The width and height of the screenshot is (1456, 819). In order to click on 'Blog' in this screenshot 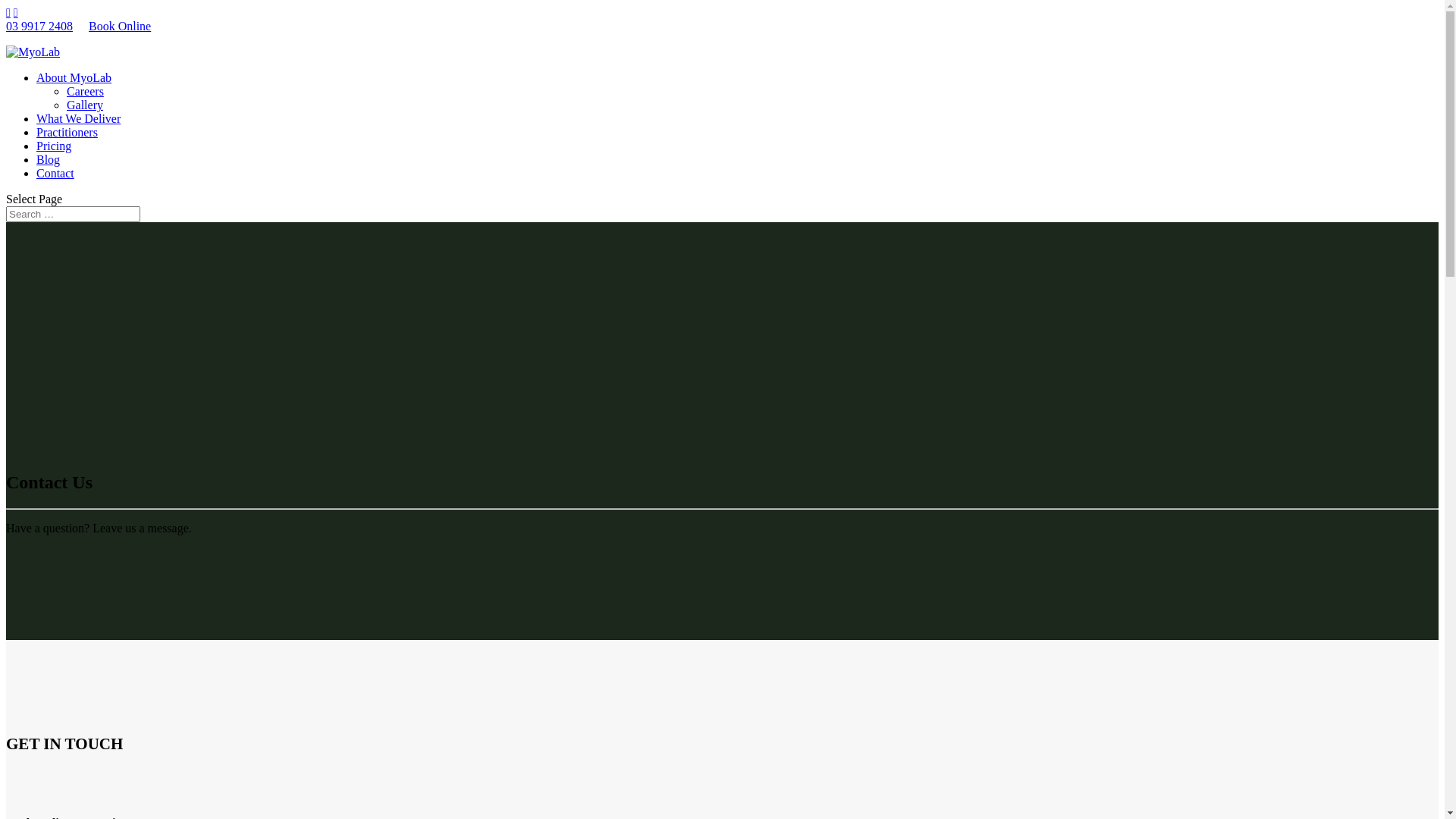, I will do `click(48, 159)`.